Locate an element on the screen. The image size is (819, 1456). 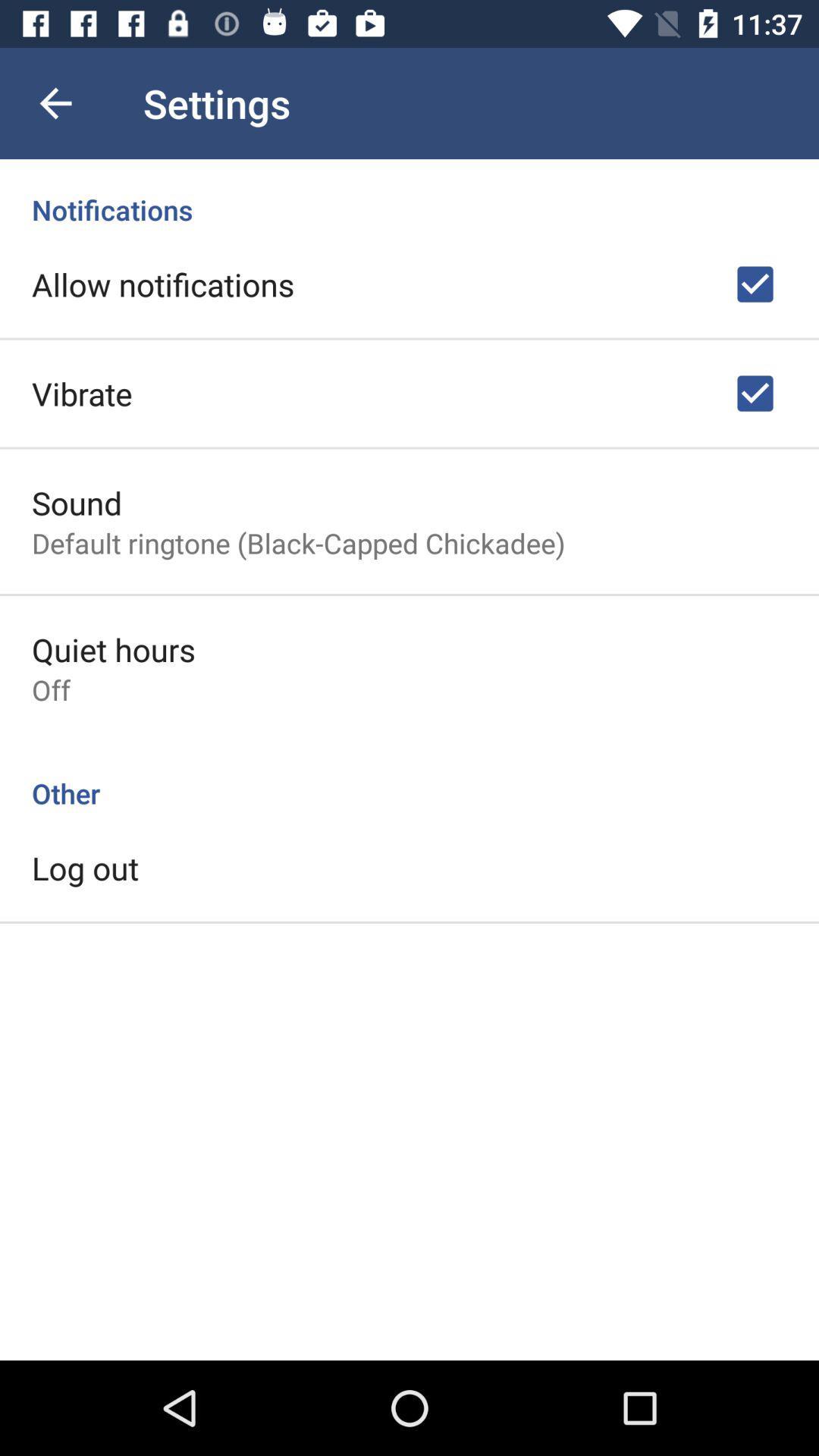
the sound icon is located at coordinates (77, 502).